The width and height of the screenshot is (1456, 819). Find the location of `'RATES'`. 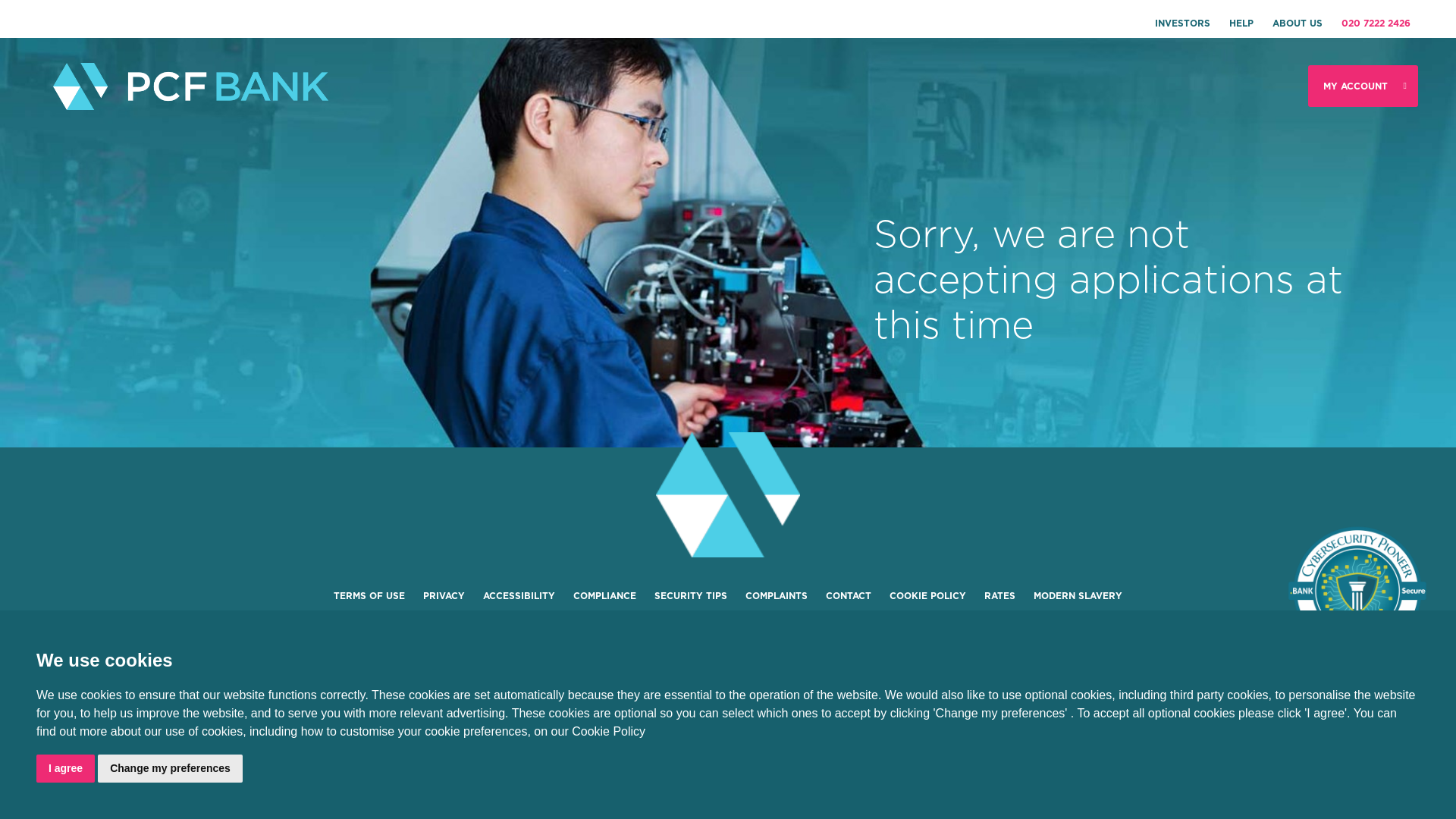

'RATES' is located at coordinates (999, 595).